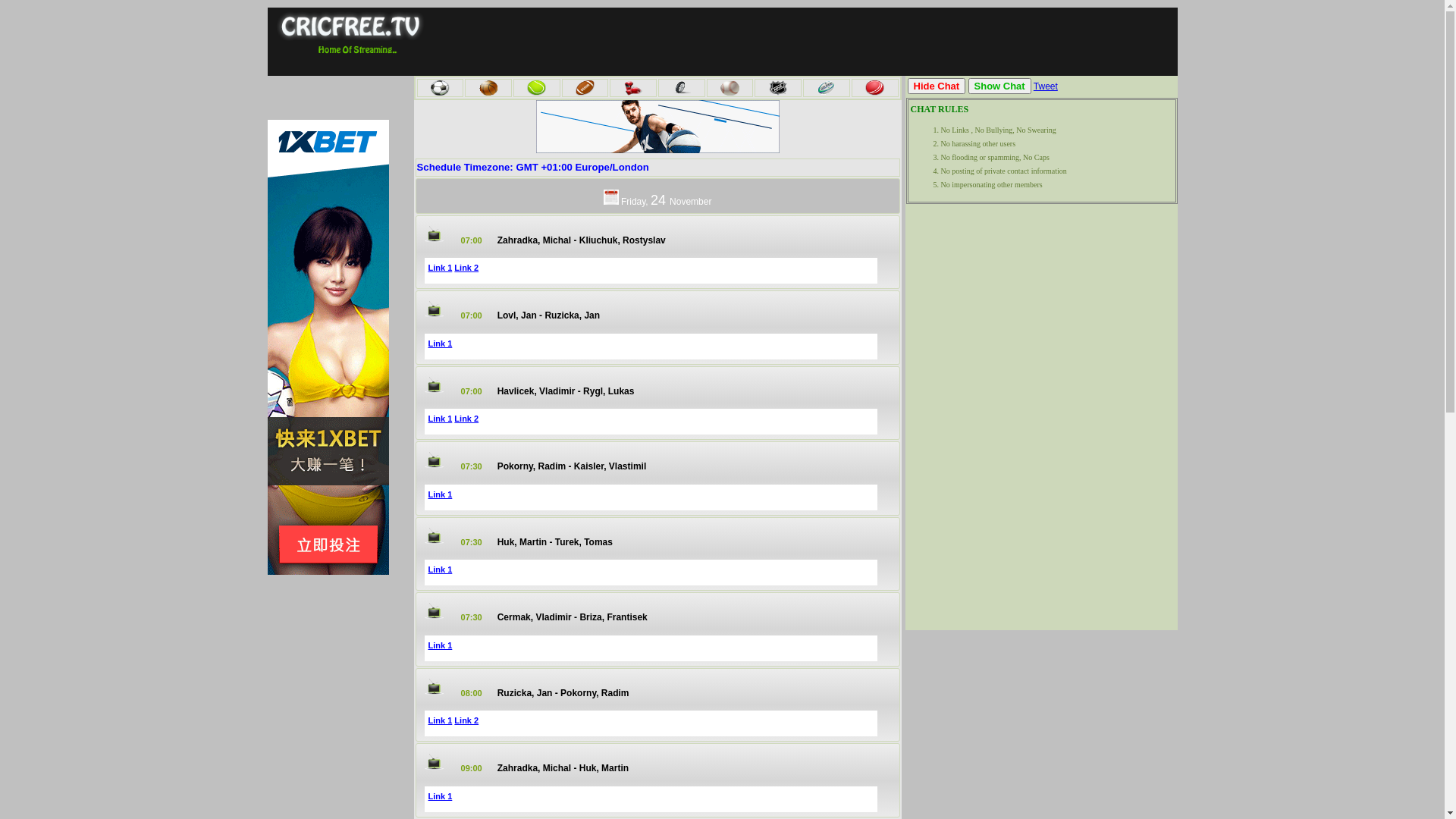 The image size is (1456, 819). Describe the element at coordinates (439, 343) in the screenshot. I see `'Link 1'` at that location.